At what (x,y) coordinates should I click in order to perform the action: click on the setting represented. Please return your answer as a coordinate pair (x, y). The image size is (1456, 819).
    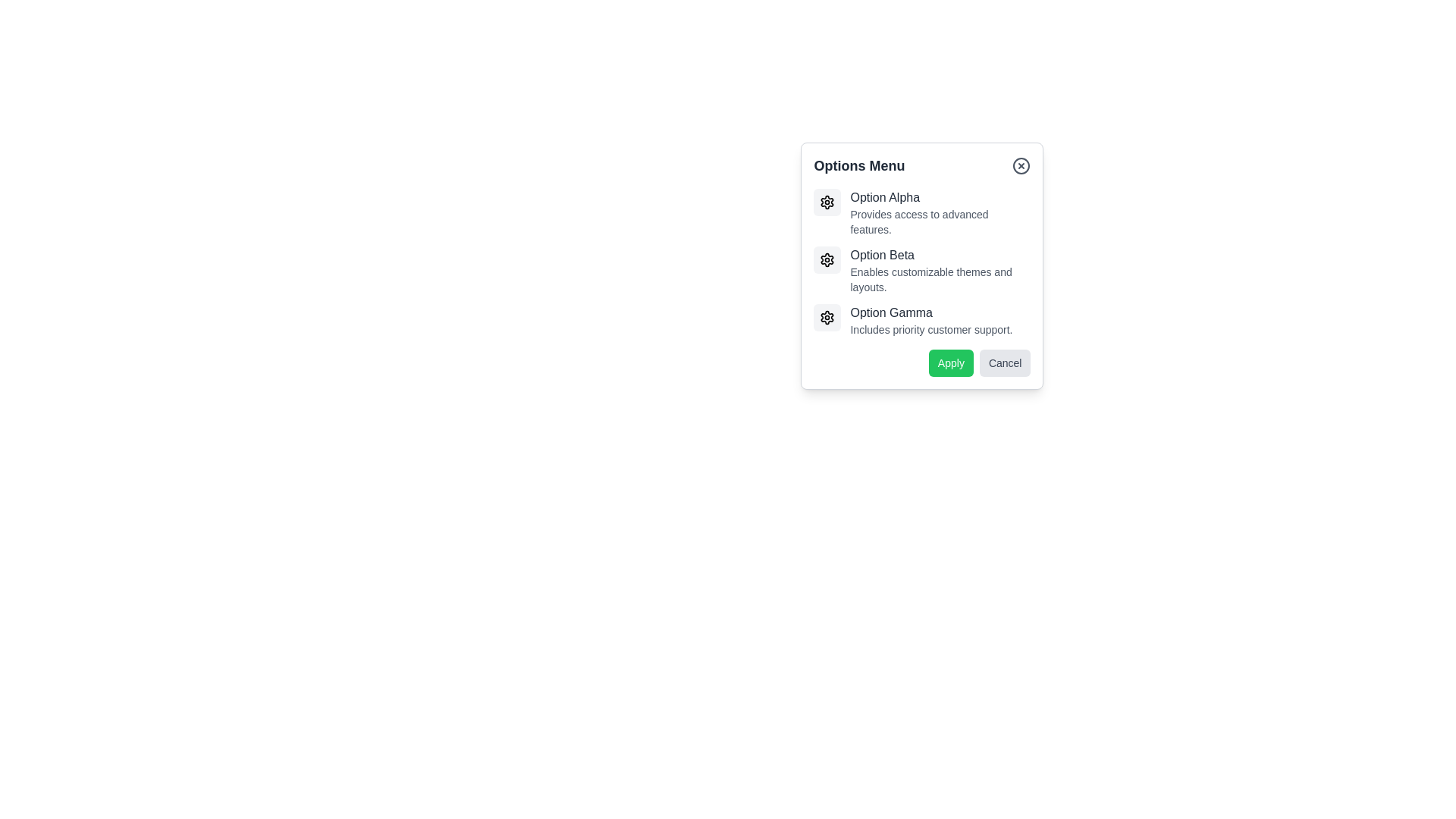
    Looking at the image, I should click on (827, 259).